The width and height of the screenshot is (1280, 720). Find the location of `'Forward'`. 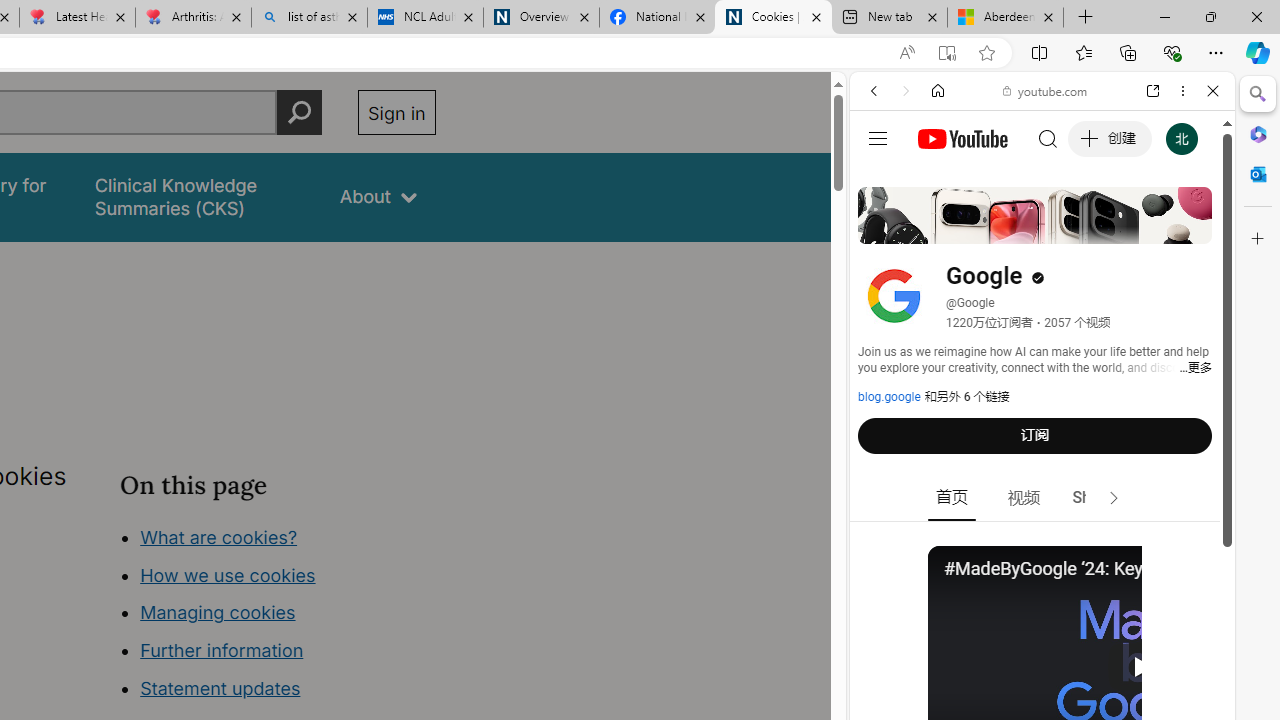

'Forward' is located at coordinates (905, 91).